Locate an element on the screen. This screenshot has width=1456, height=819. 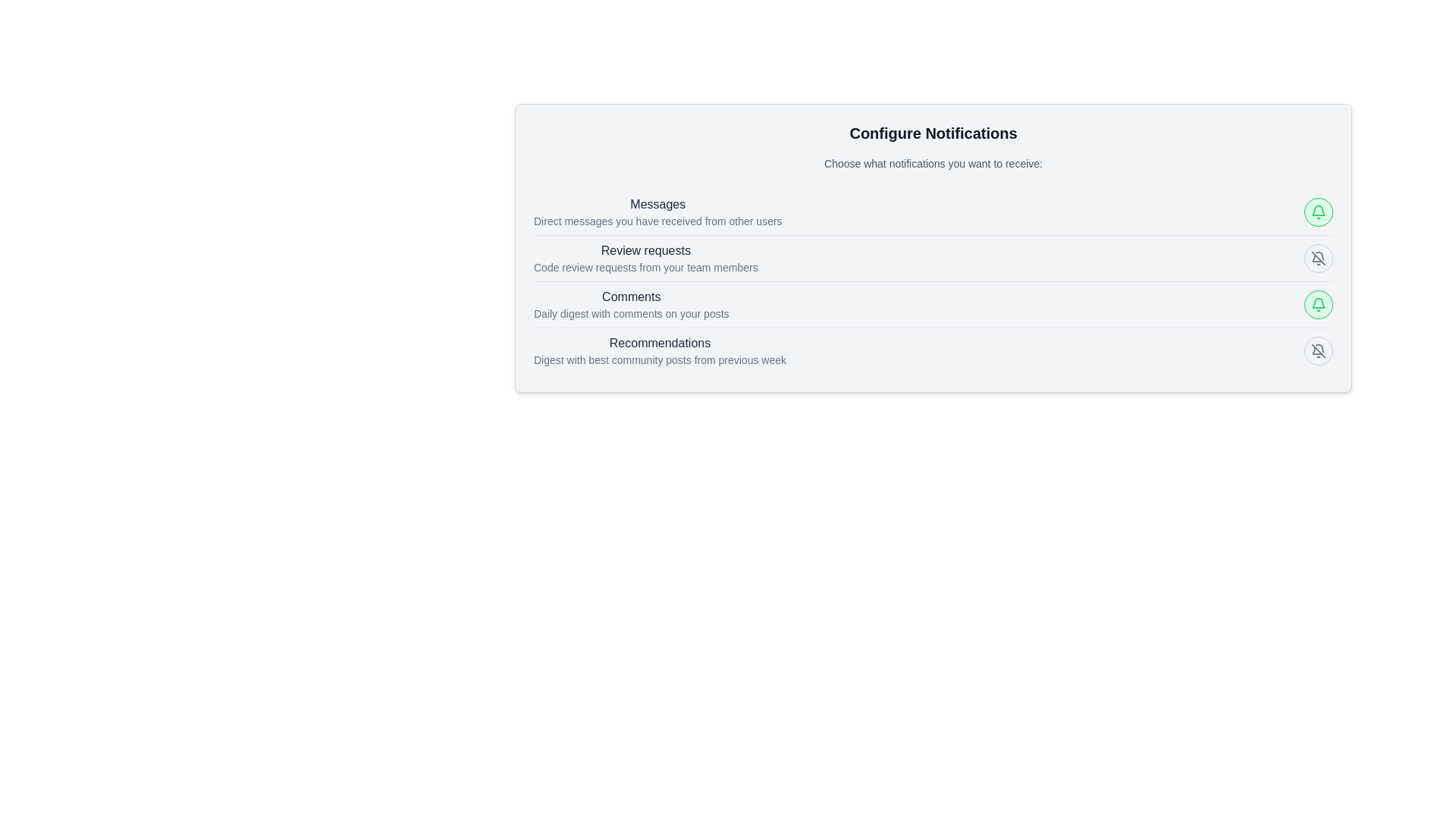
the text label that reads 'Messages' at the top of the 'Configure Notifications' section is located at coordinates (657, 212).